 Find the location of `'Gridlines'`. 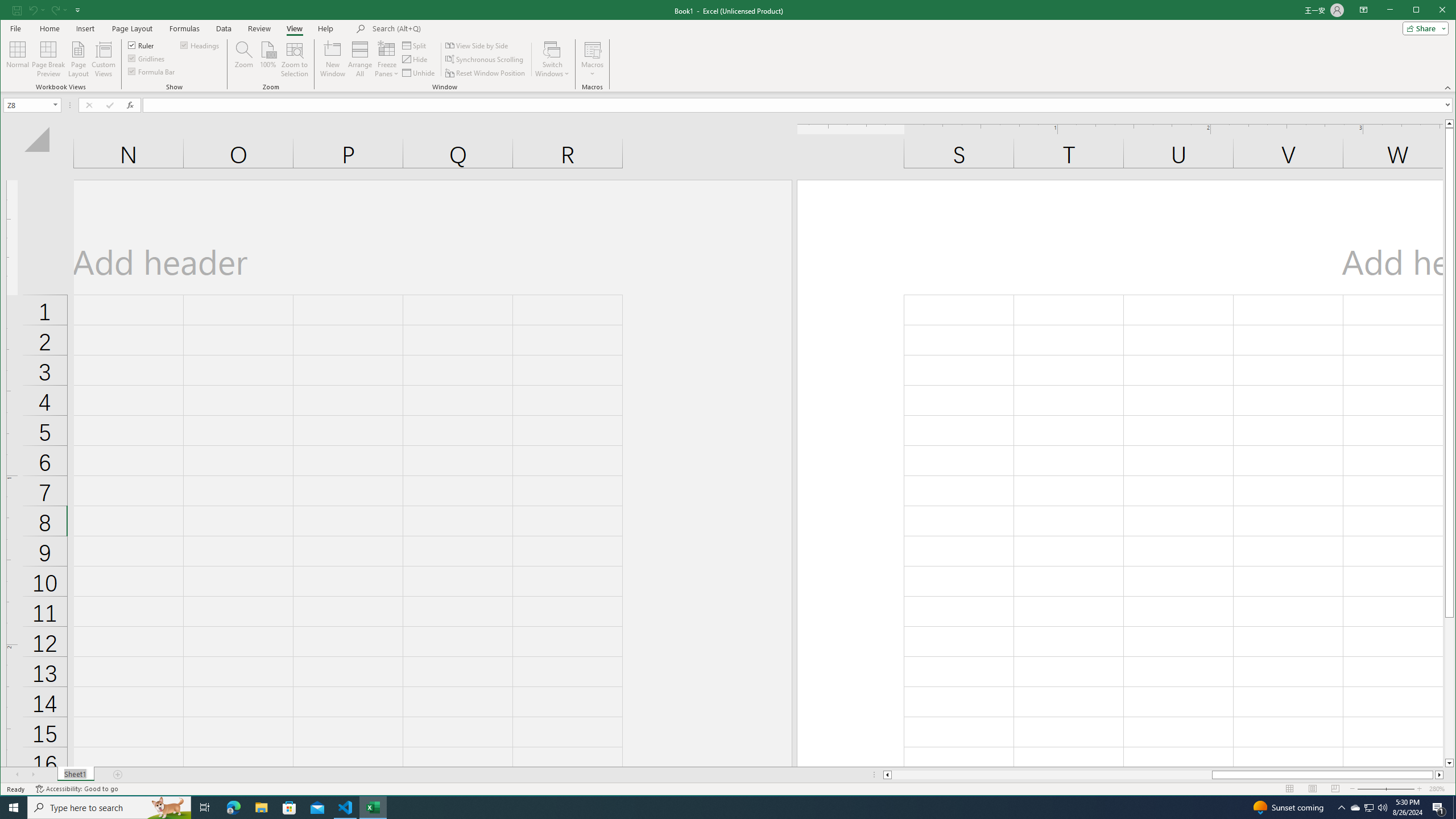

'Gridlines' is located at coordinates (147, 58).